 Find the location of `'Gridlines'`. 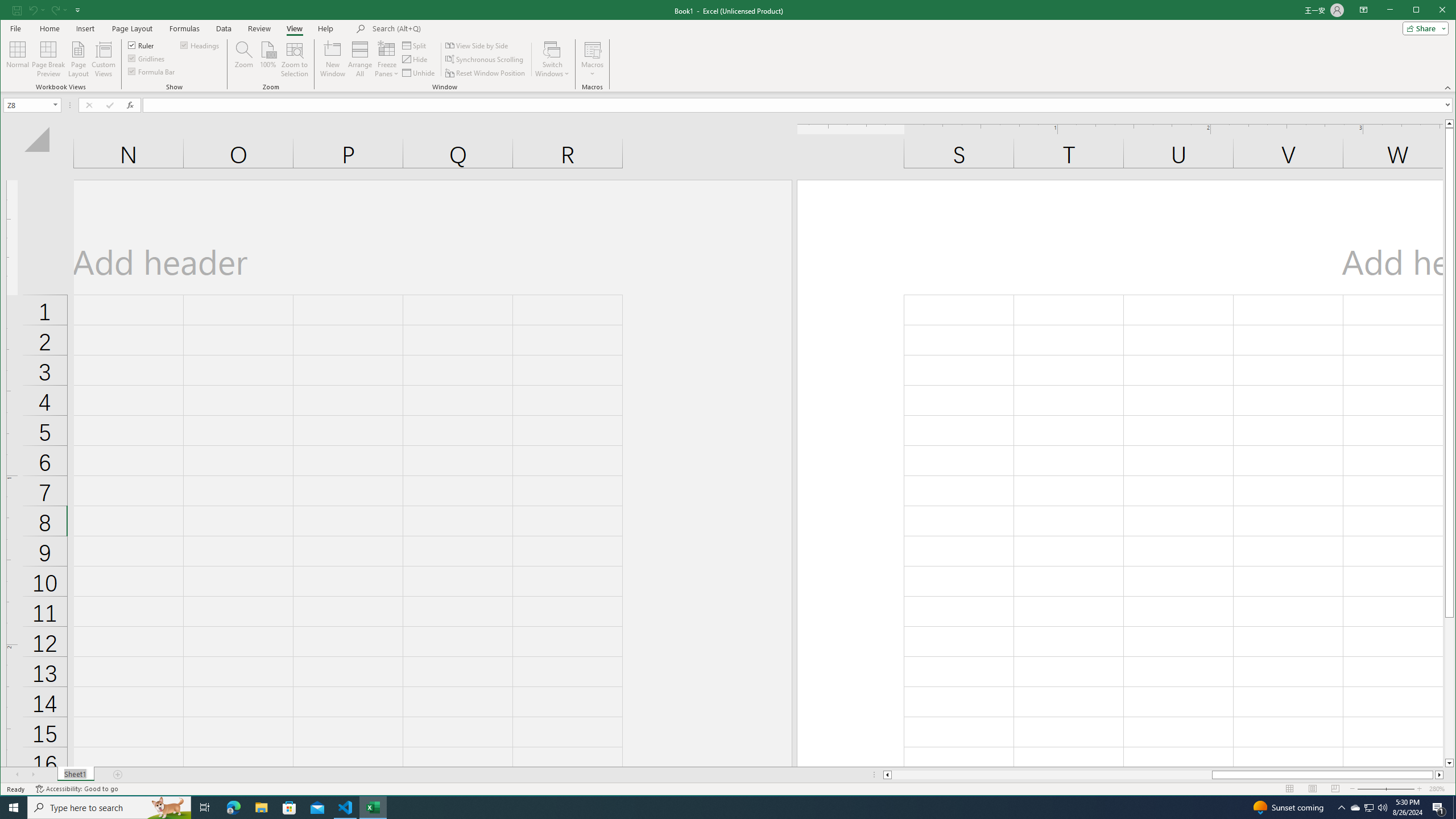

'Gridlines' is located at coordinates (147, 58).